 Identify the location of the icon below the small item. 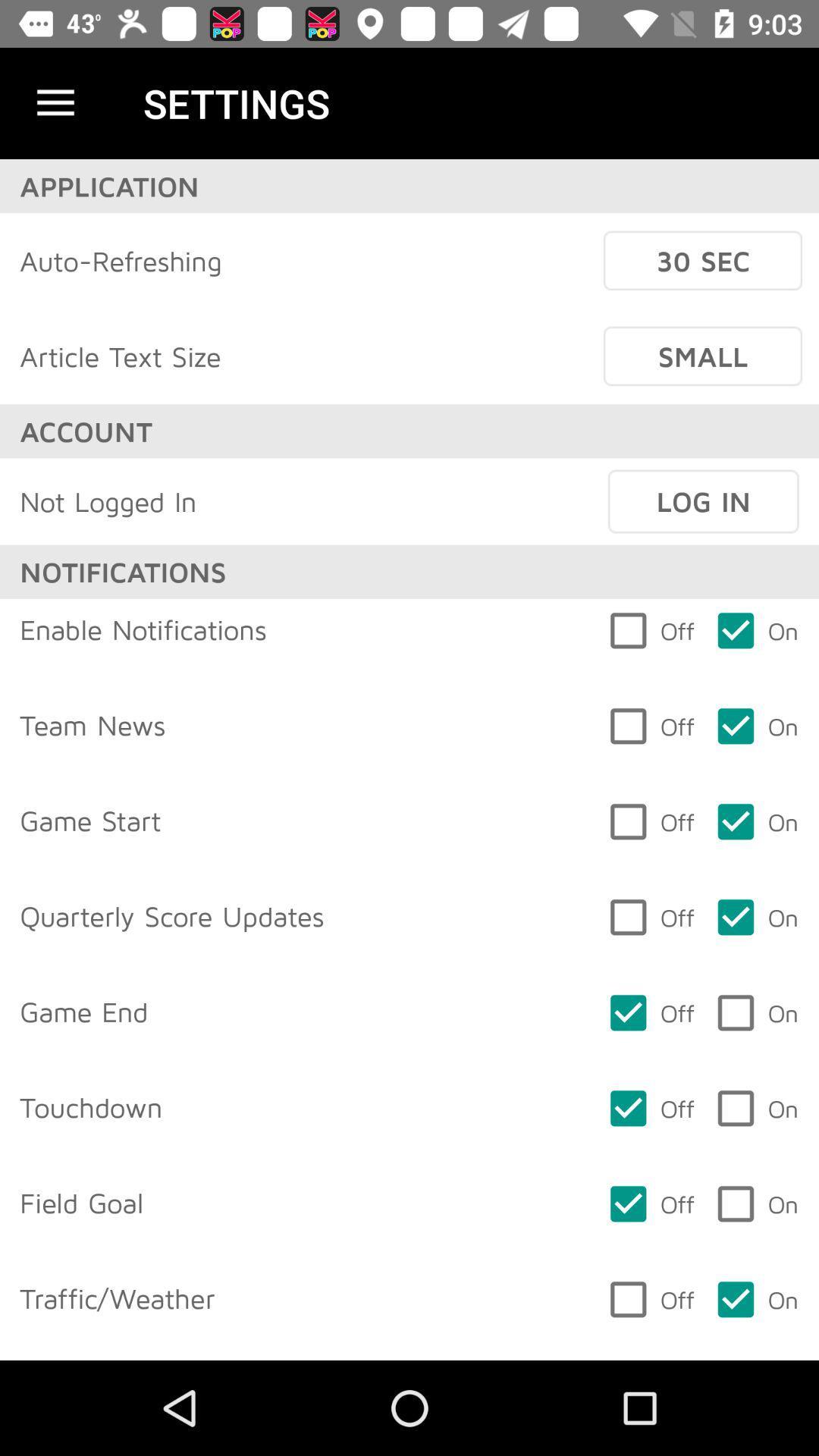
(703, 501).